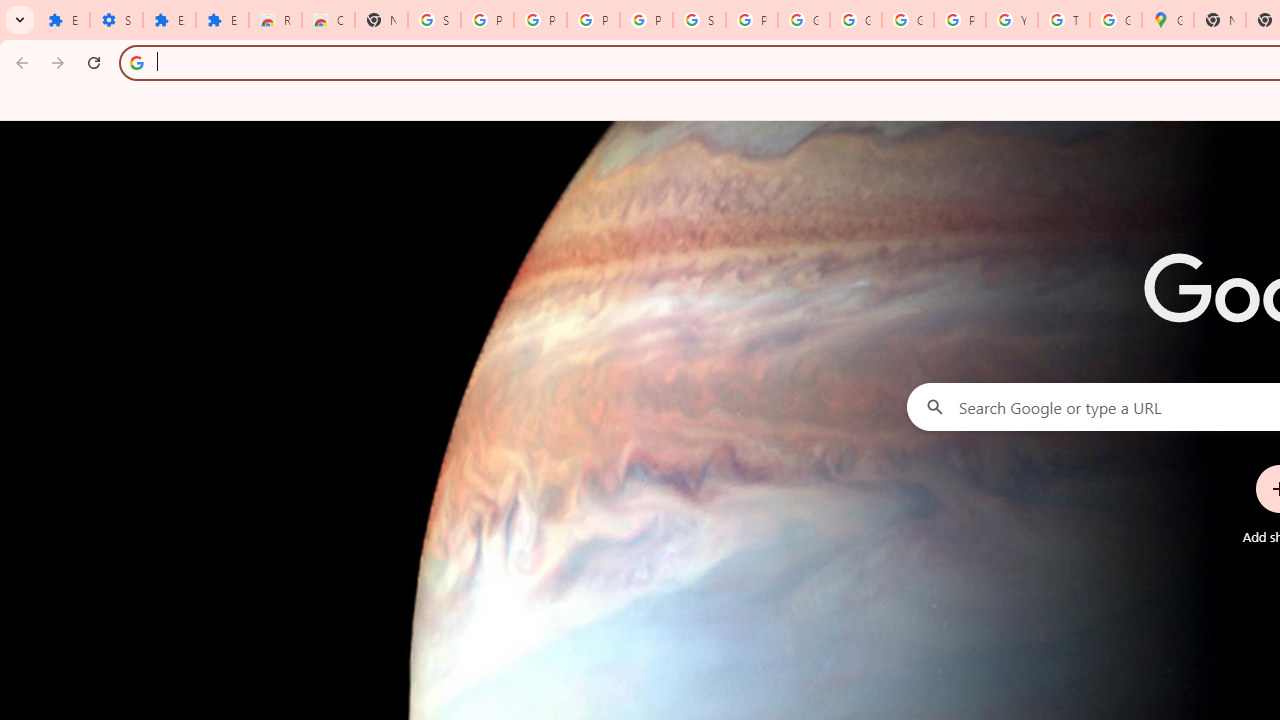 The height and width of the screenshot is (720, 1280). Describe the element at coordinates (222, 20) in the screenshot. I see `'Extensions'` at that location.